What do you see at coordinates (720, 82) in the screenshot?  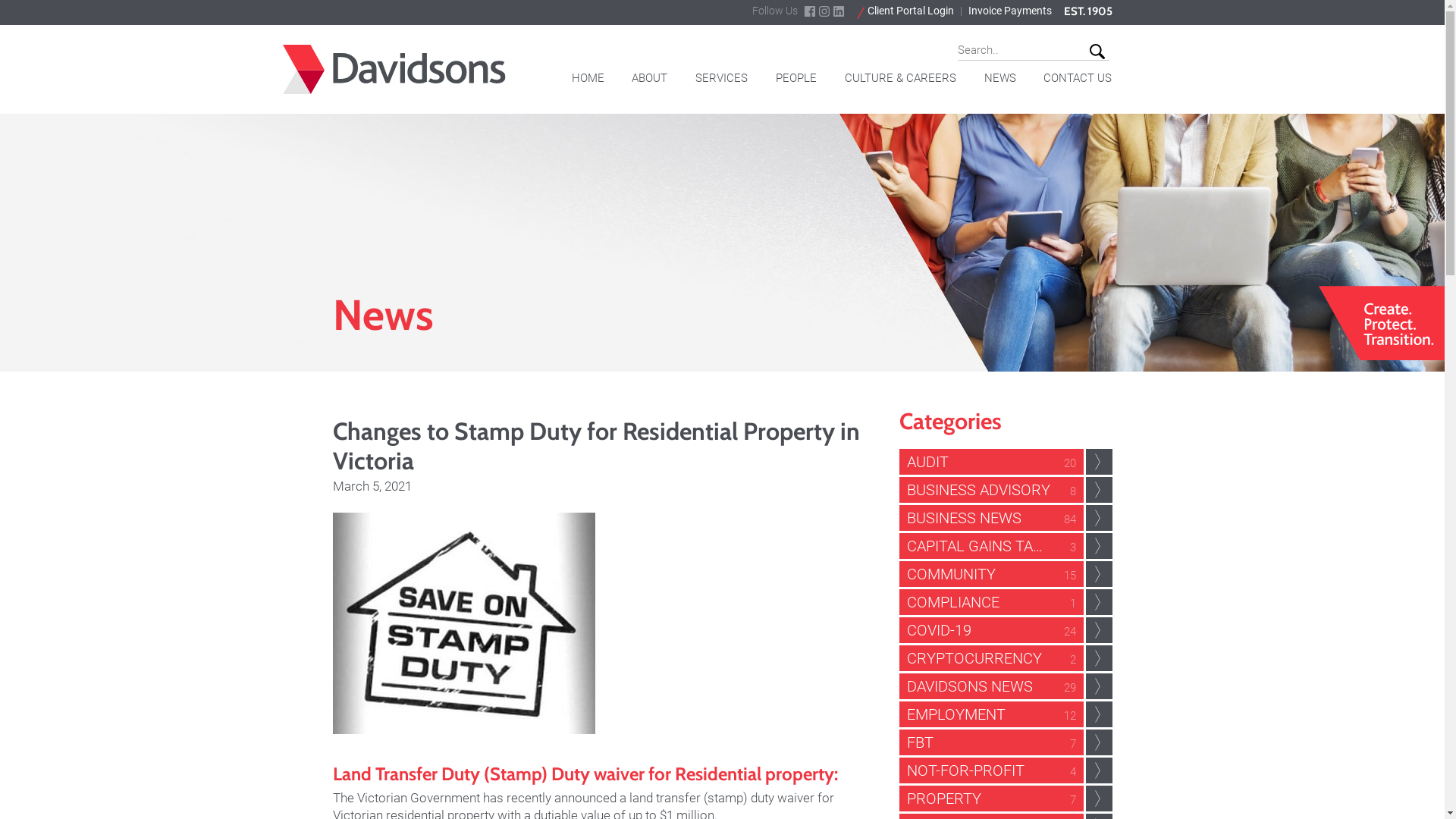 I see `'SERVICES'` at bounding box center [720, 82].